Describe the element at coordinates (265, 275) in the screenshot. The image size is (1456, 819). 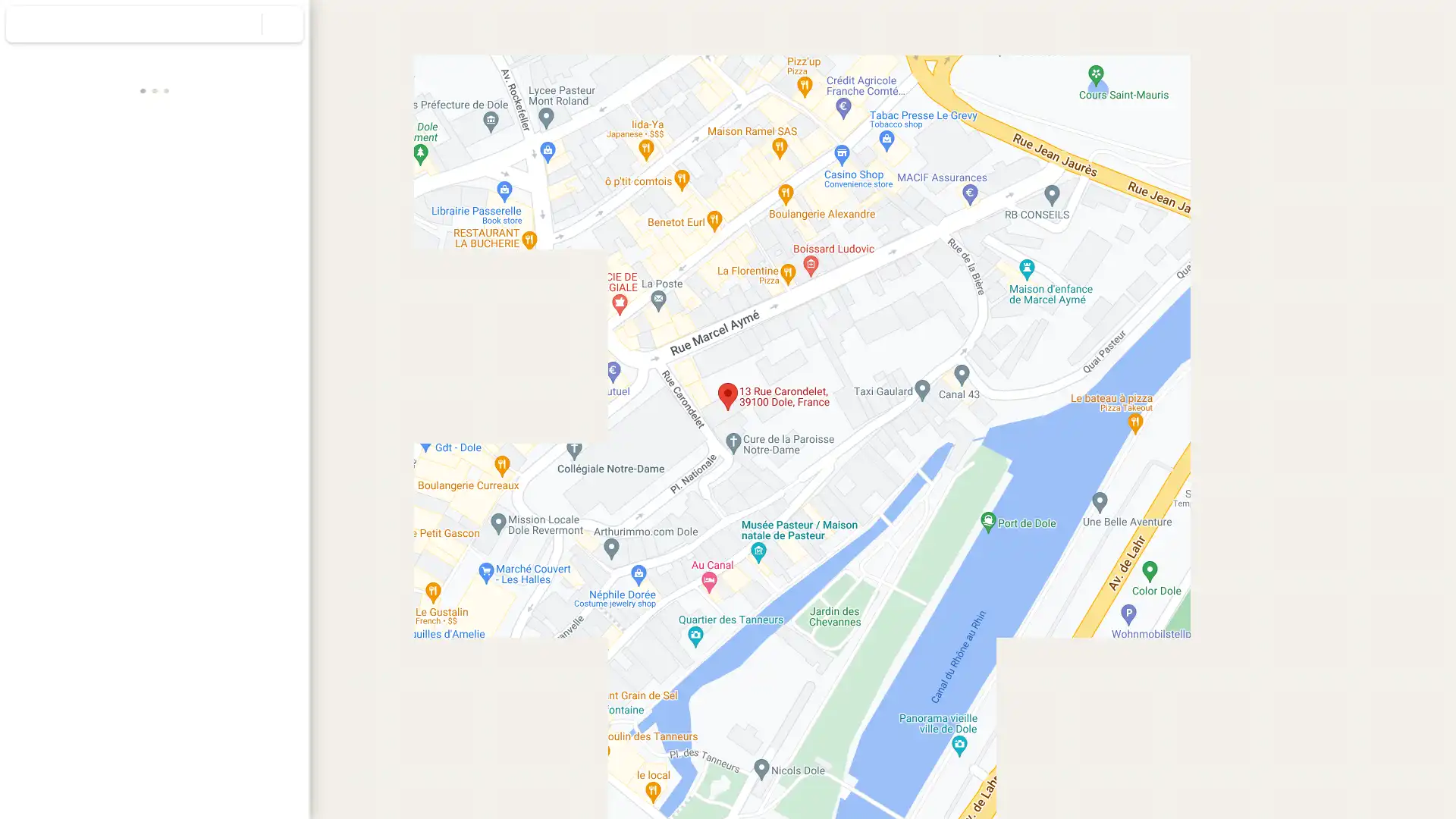
I see `Share 13 Rue Carondelet` at that location.